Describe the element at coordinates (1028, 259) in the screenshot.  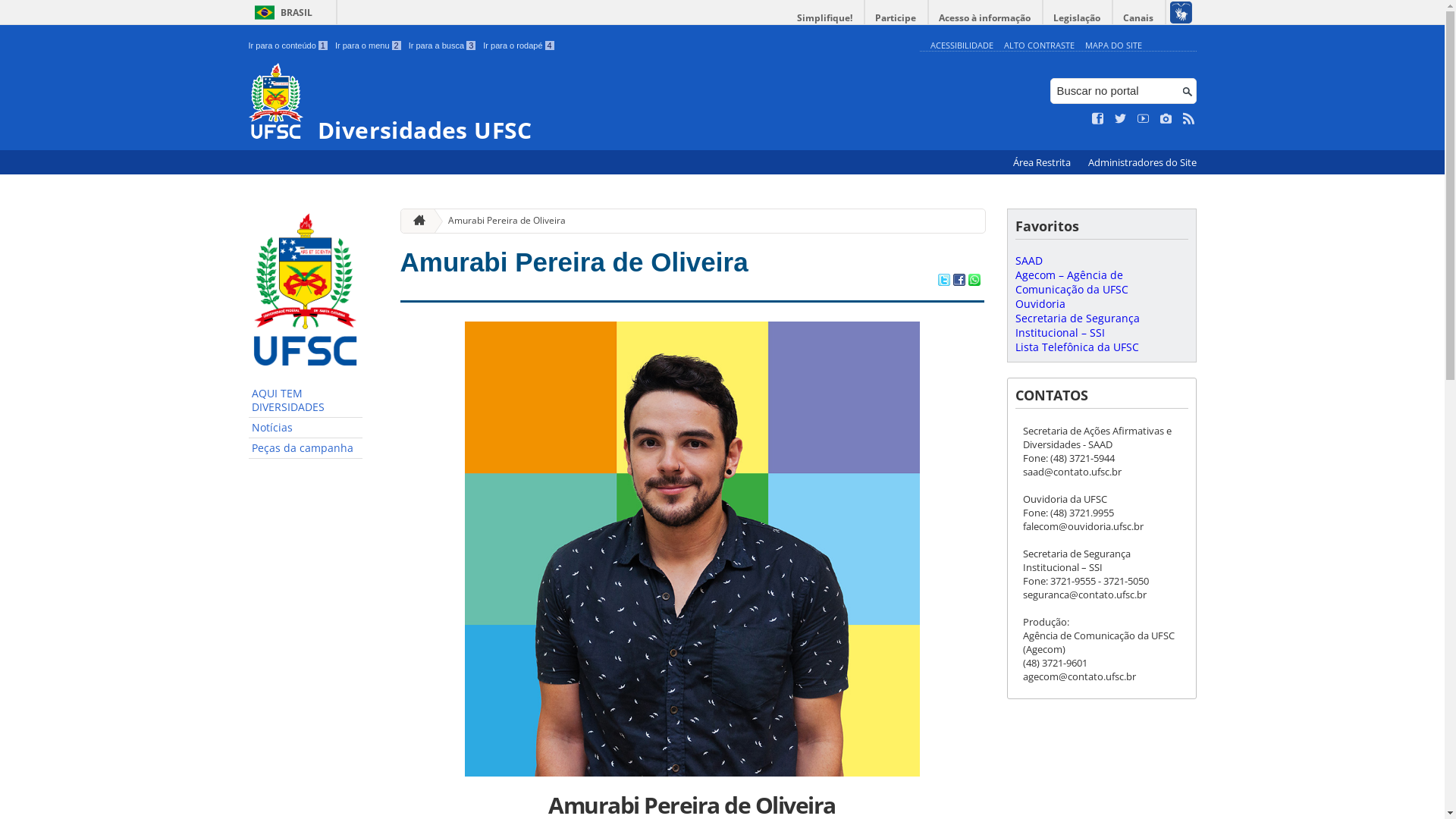
I see `'SAAD'` at that location.